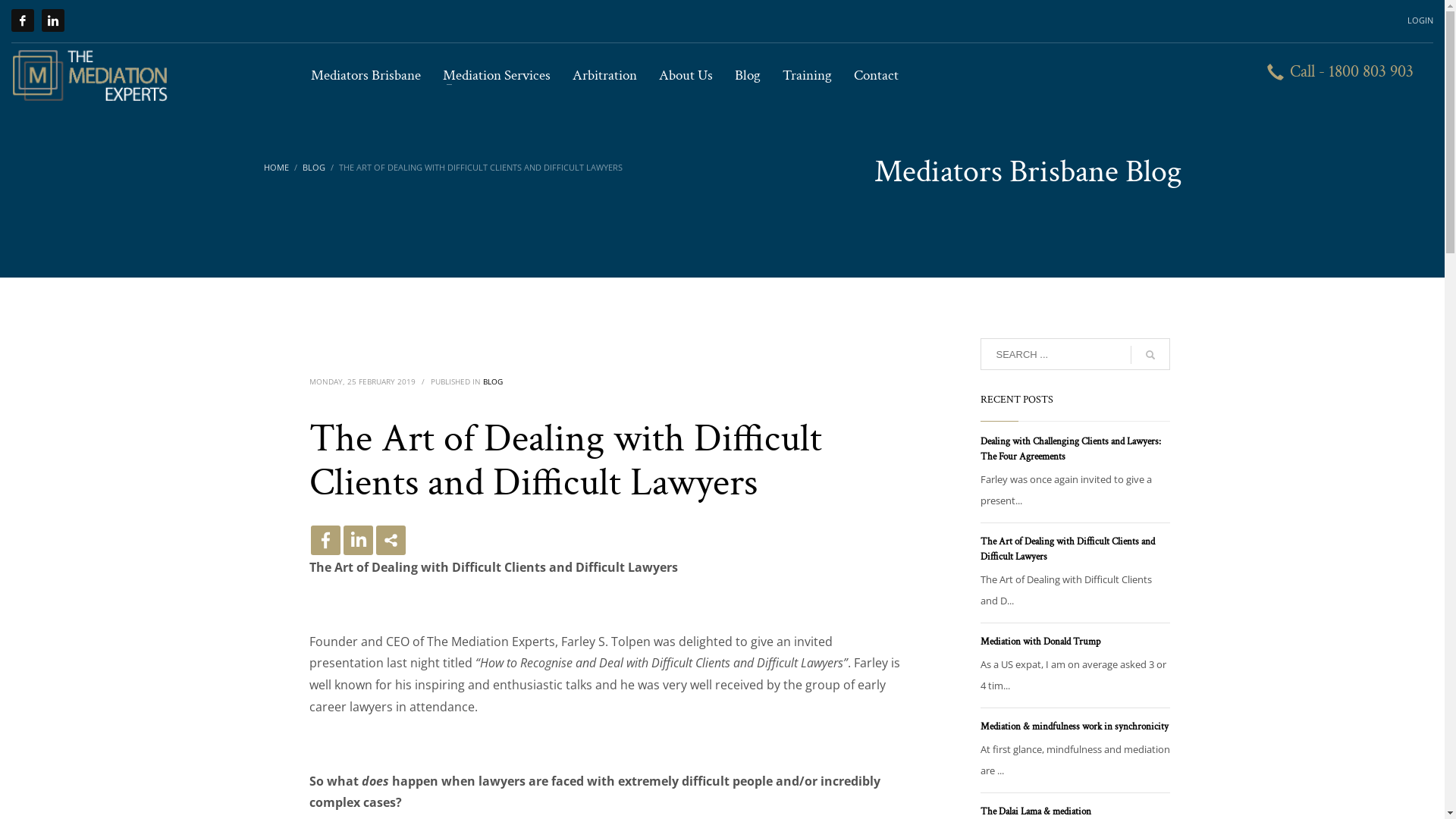  Describe the element at coordinates (650, 76) in the screenshot. I see `'About Us'` at that location.